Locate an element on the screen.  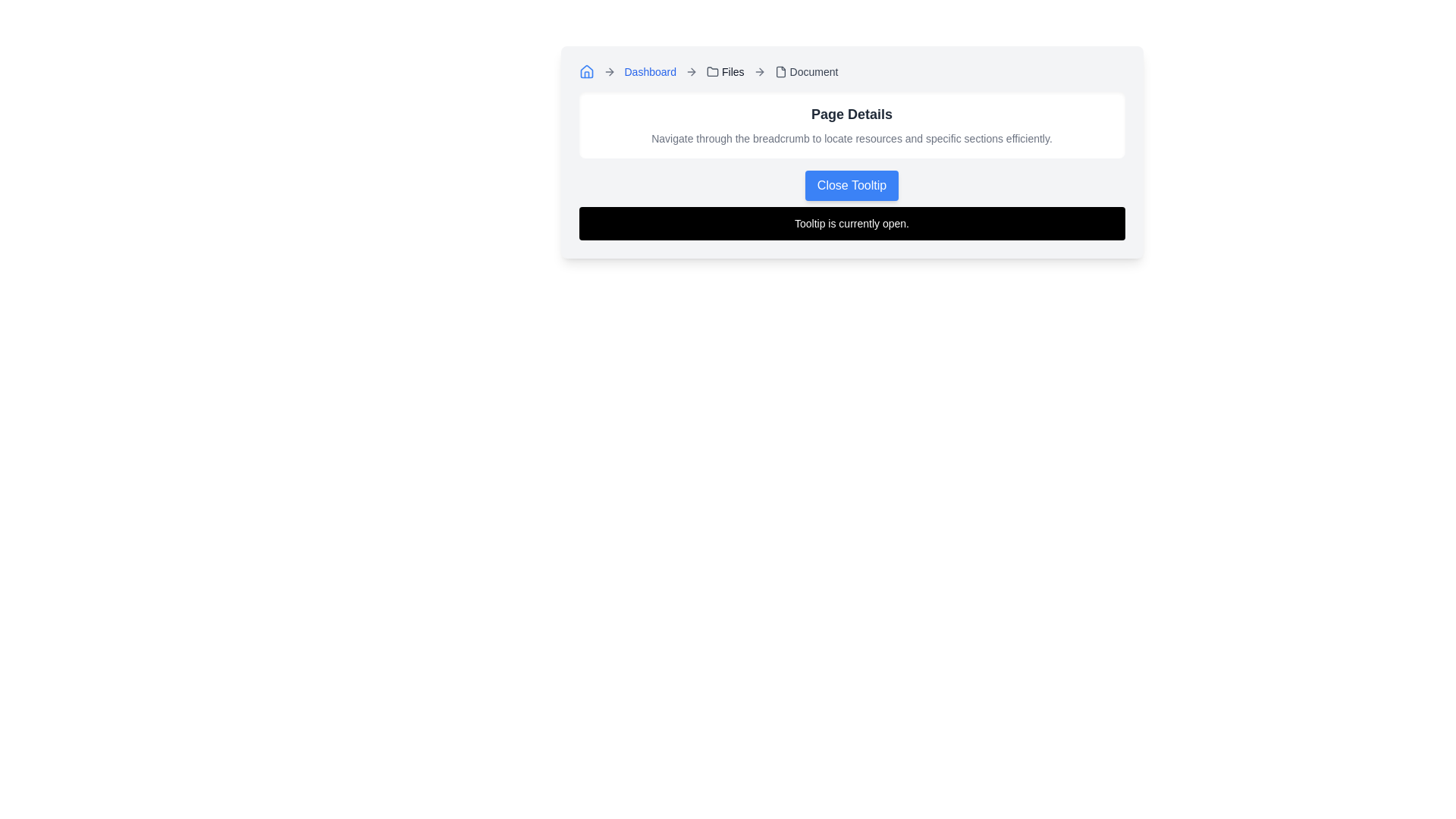
the arrow icon in the breadcrumb navigation bar, located at the top-left side of the interface, which indicates navigation between hierarchical levels is located at coordinates (692, 72).